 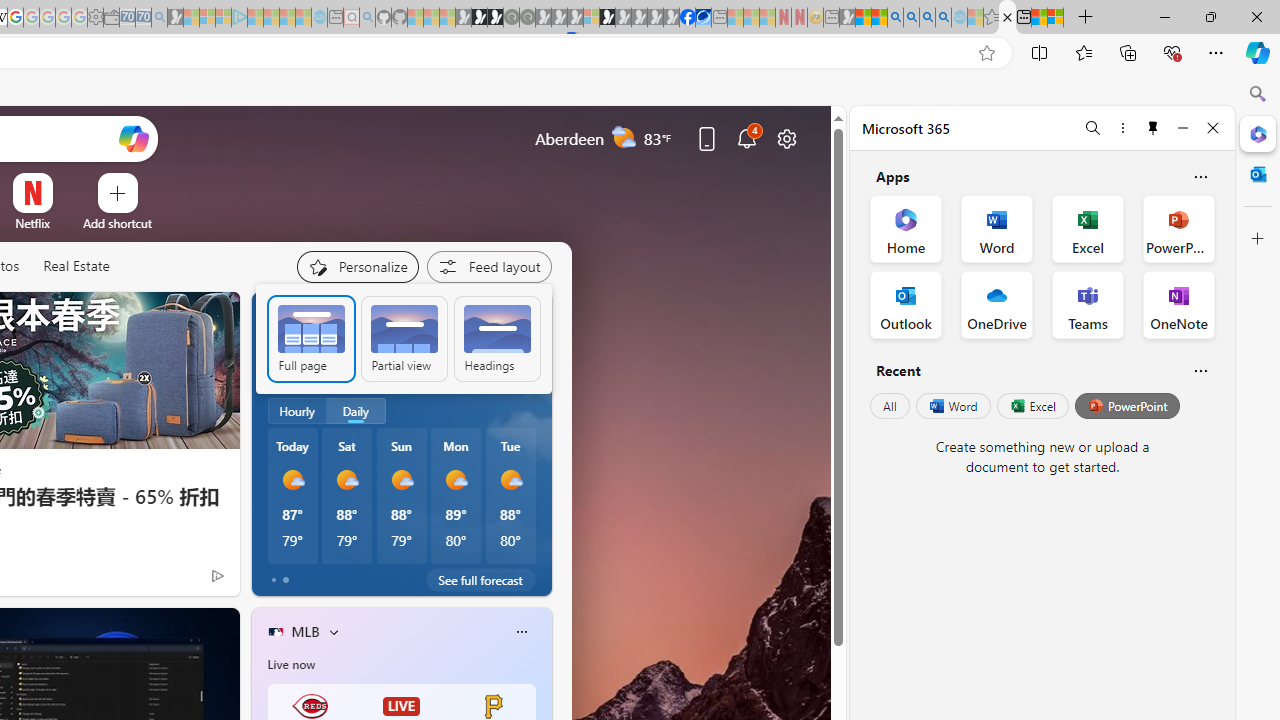 What do you see at coordinates (510, 479) in the screenshot?
I see `'Mostly sunny'` at bounding box center [510, 479].